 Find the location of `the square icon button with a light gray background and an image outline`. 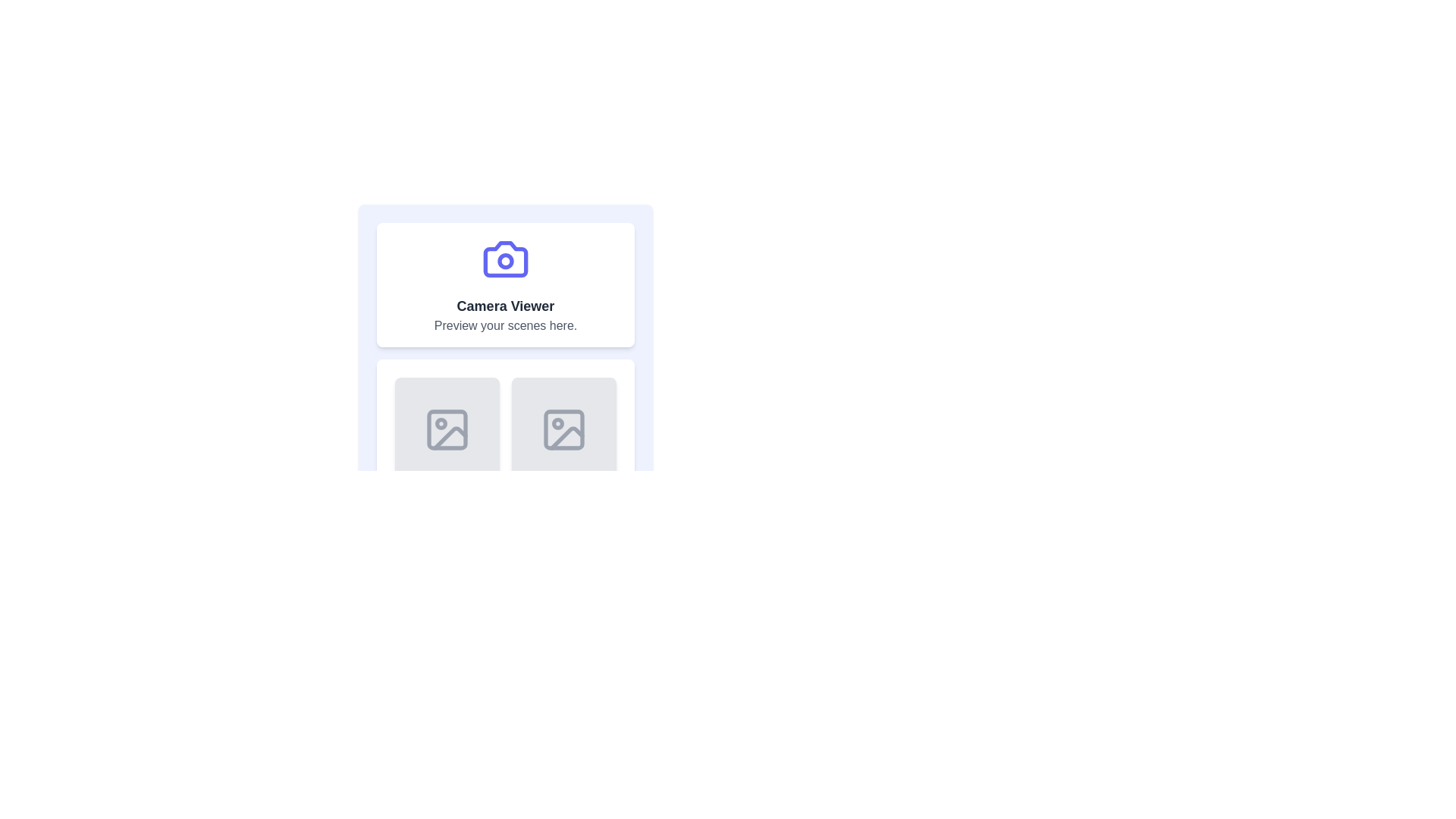

the square icon button with a light gray background and an image outline is located at coordinates (447, 430).